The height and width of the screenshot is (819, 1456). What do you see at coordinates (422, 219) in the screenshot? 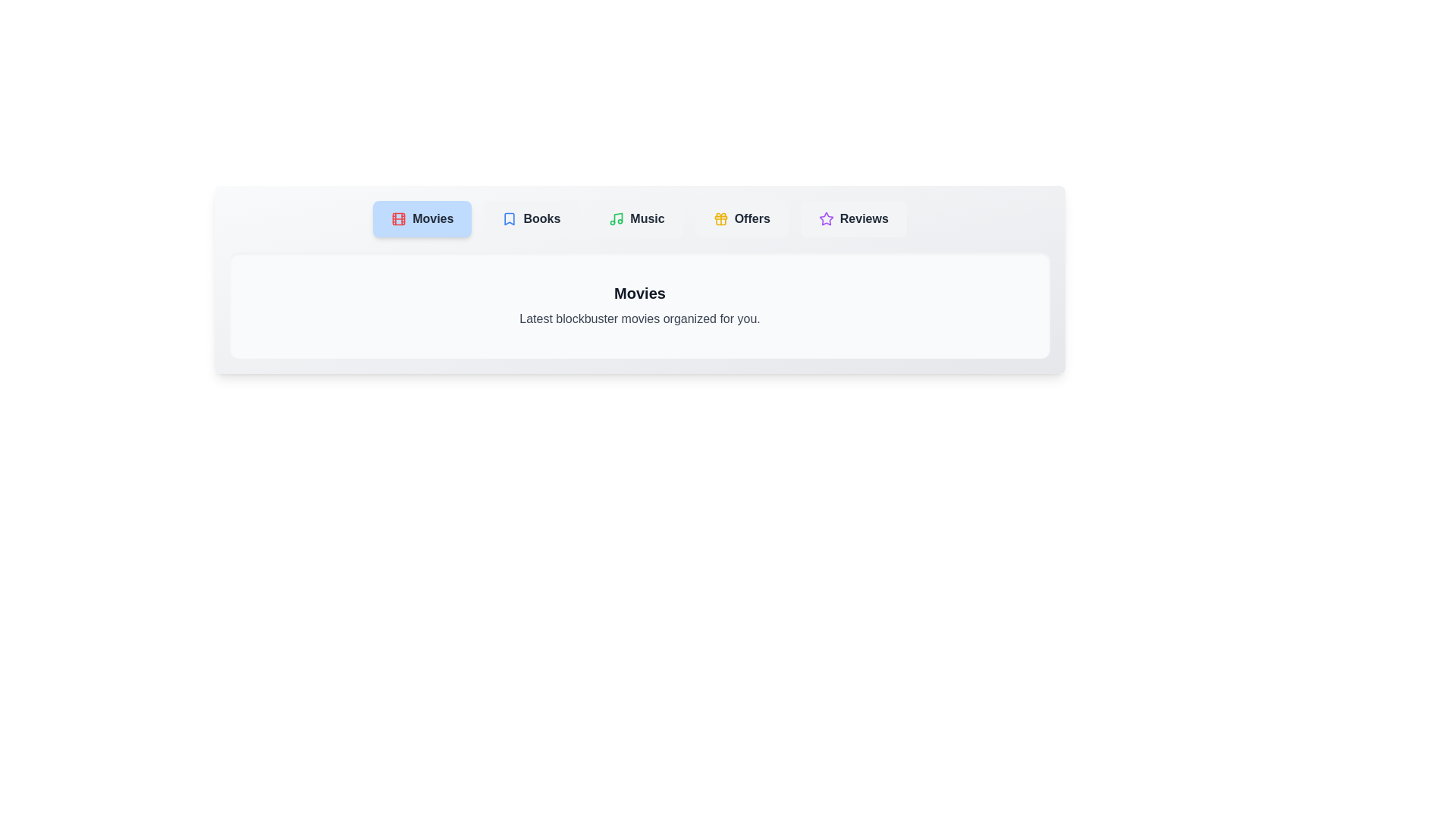
I see `the Movies tab by clicking on its button` at bounding box center [422, 219].